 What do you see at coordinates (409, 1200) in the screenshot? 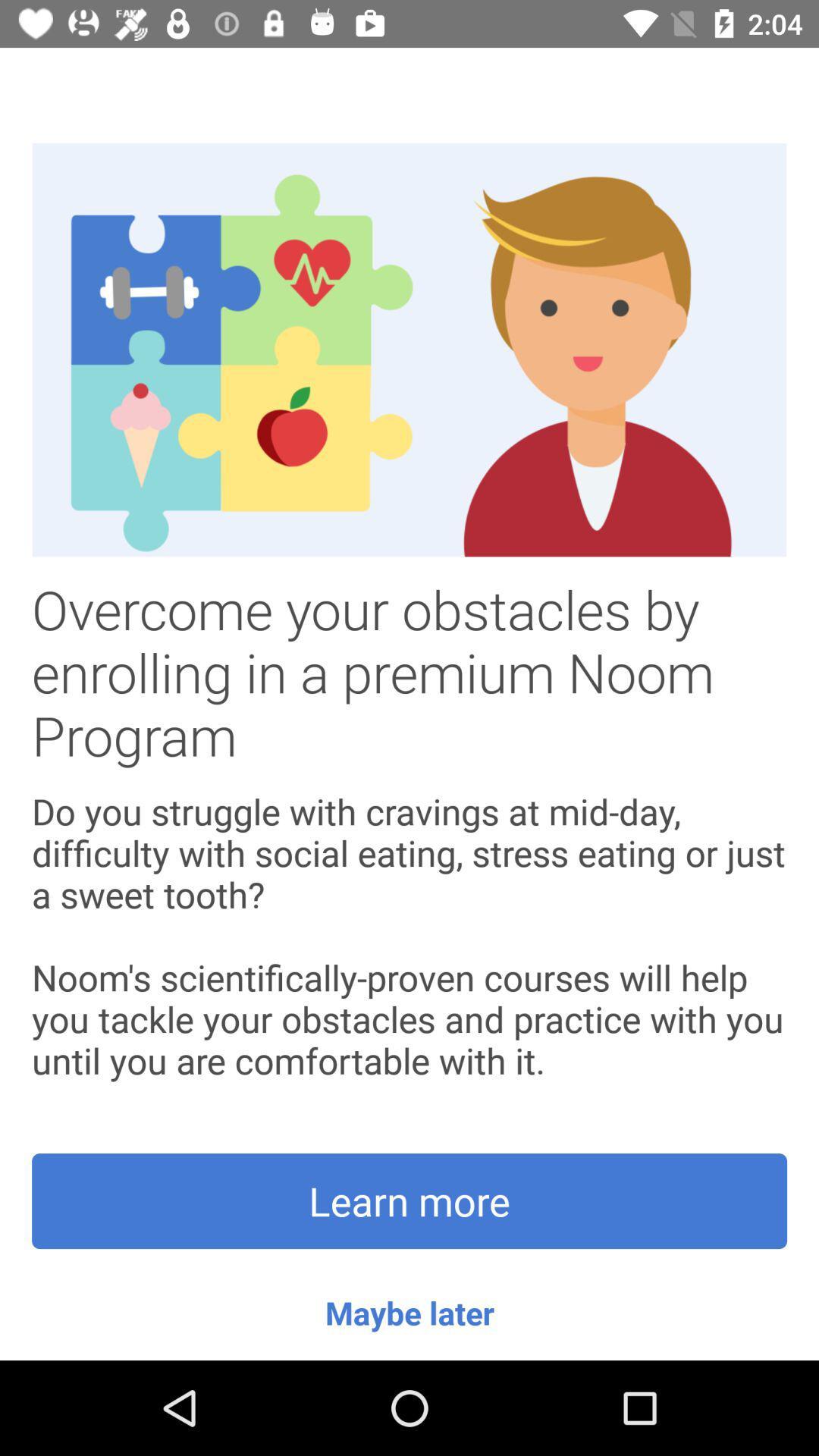
I see `the icon above maybe later item` at bounding box center [409, 1200].